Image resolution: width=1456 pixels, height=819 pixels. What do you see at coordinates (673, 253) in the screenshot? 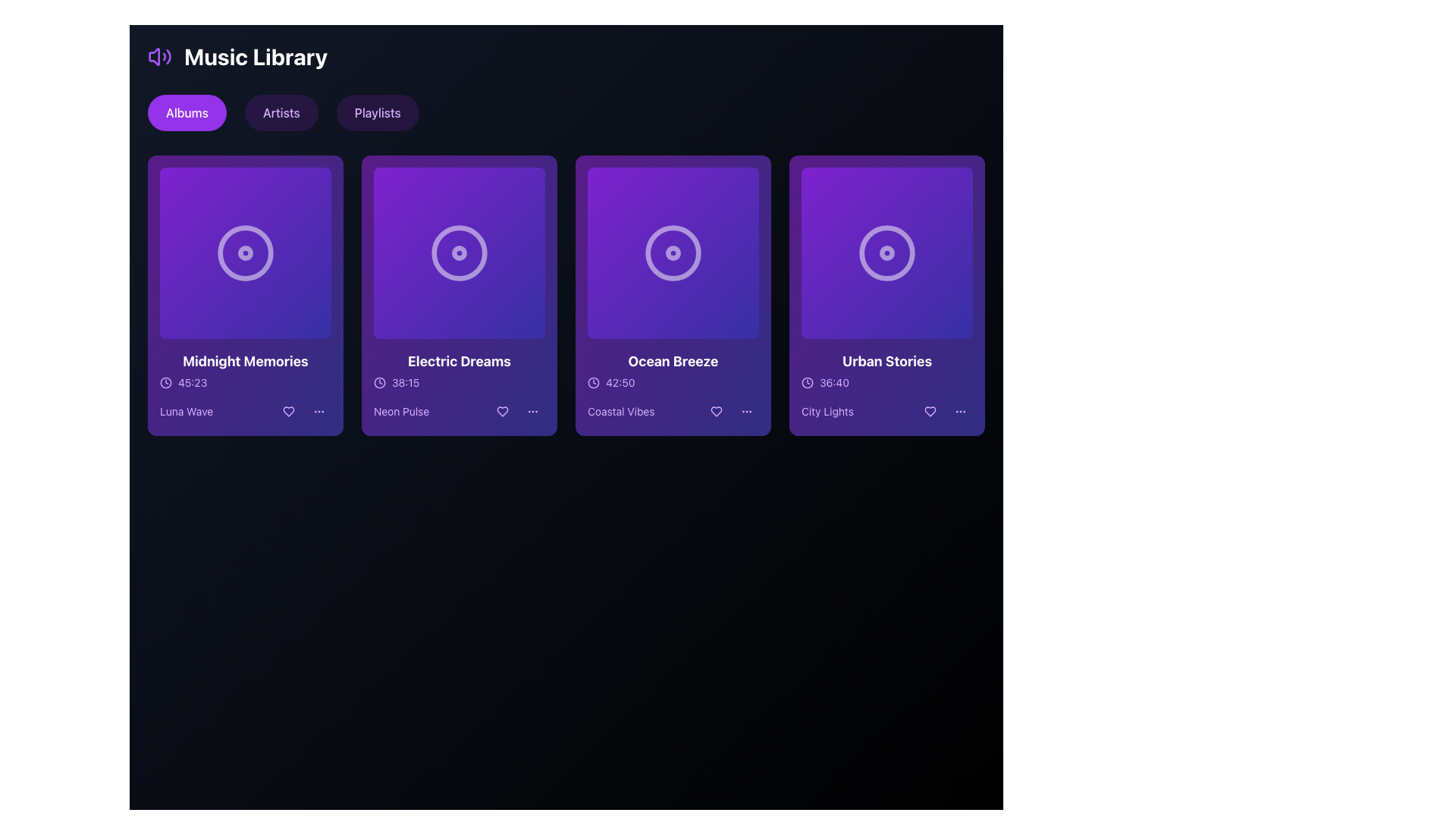
I see `the circular icon with a large outer ring and a smaller central fill, styled in white with partial transparency, located in the third card titled 'Ocean Breeze'` at bounding box center [673, 253].